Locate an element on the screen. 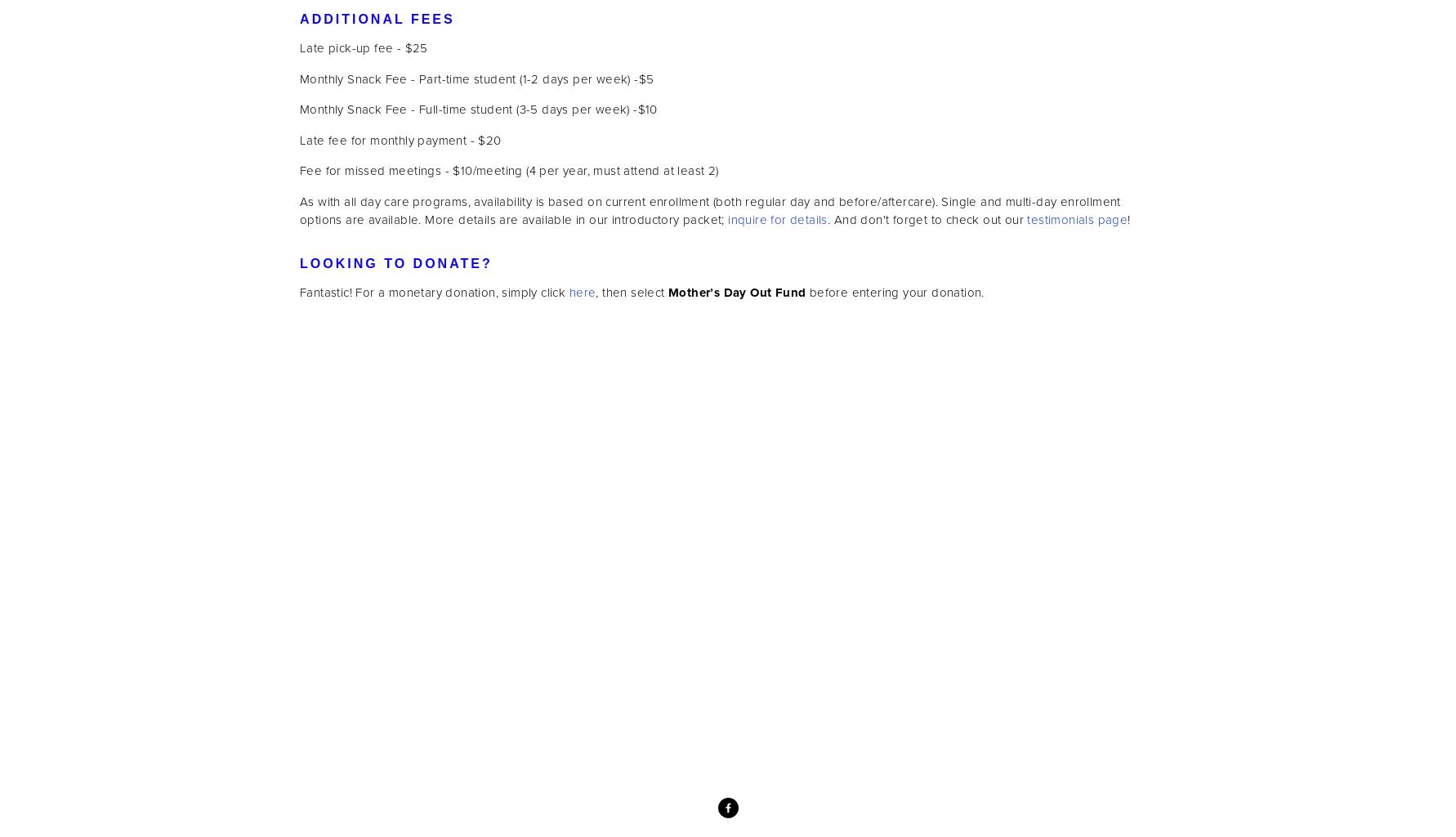  'Fee for missed meetings - $10/meeting (4 per year, must attend at least 2)' is located at coordinates (508, 170).